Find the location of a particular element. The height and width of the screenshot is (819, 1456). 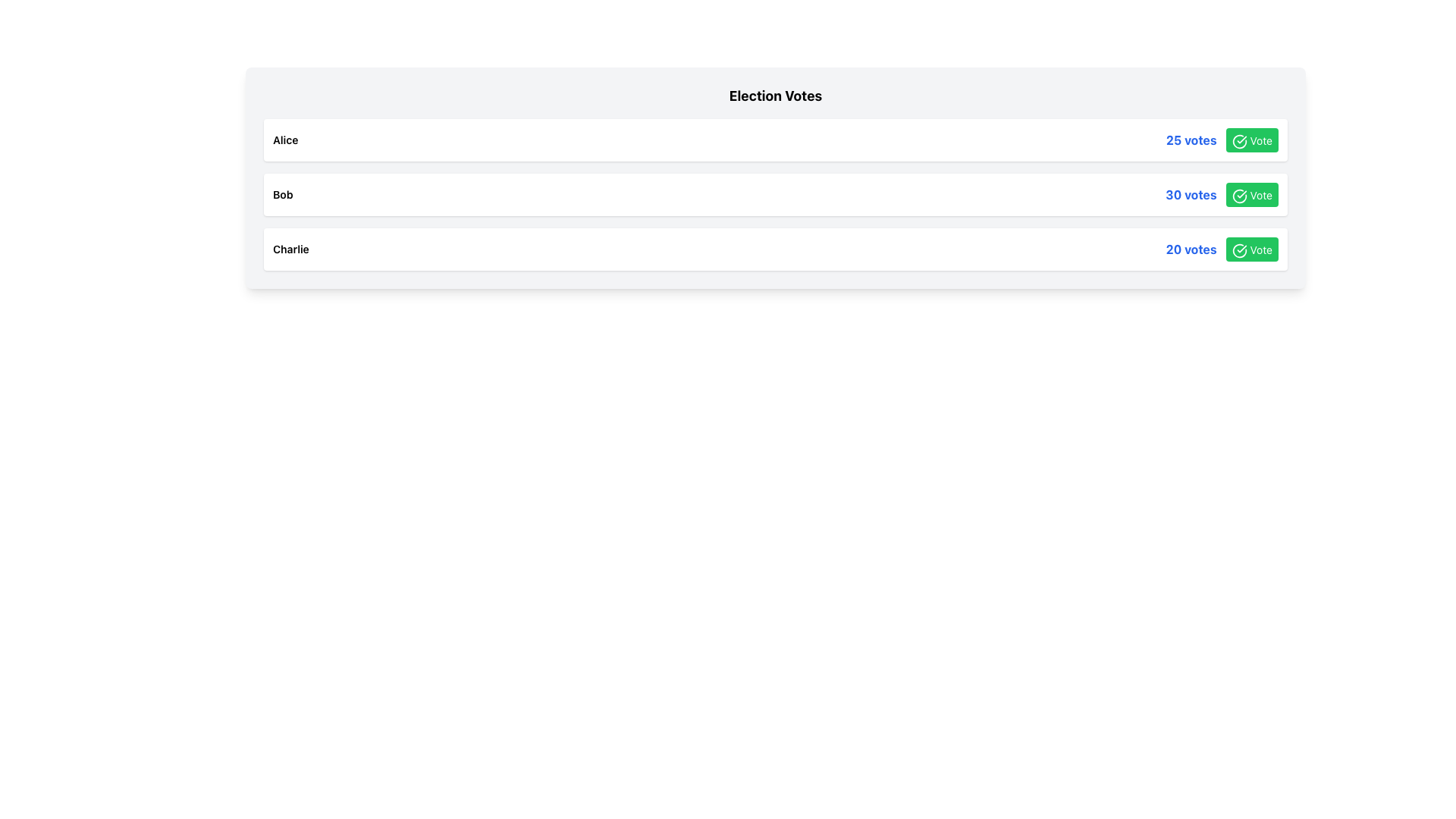

the visual alignment of the horizontal group containing the text span '20 votes' and the 'Vote' button for the candidate 'Charlie' in the right portion of the card is located at coordinates (1222, 248).